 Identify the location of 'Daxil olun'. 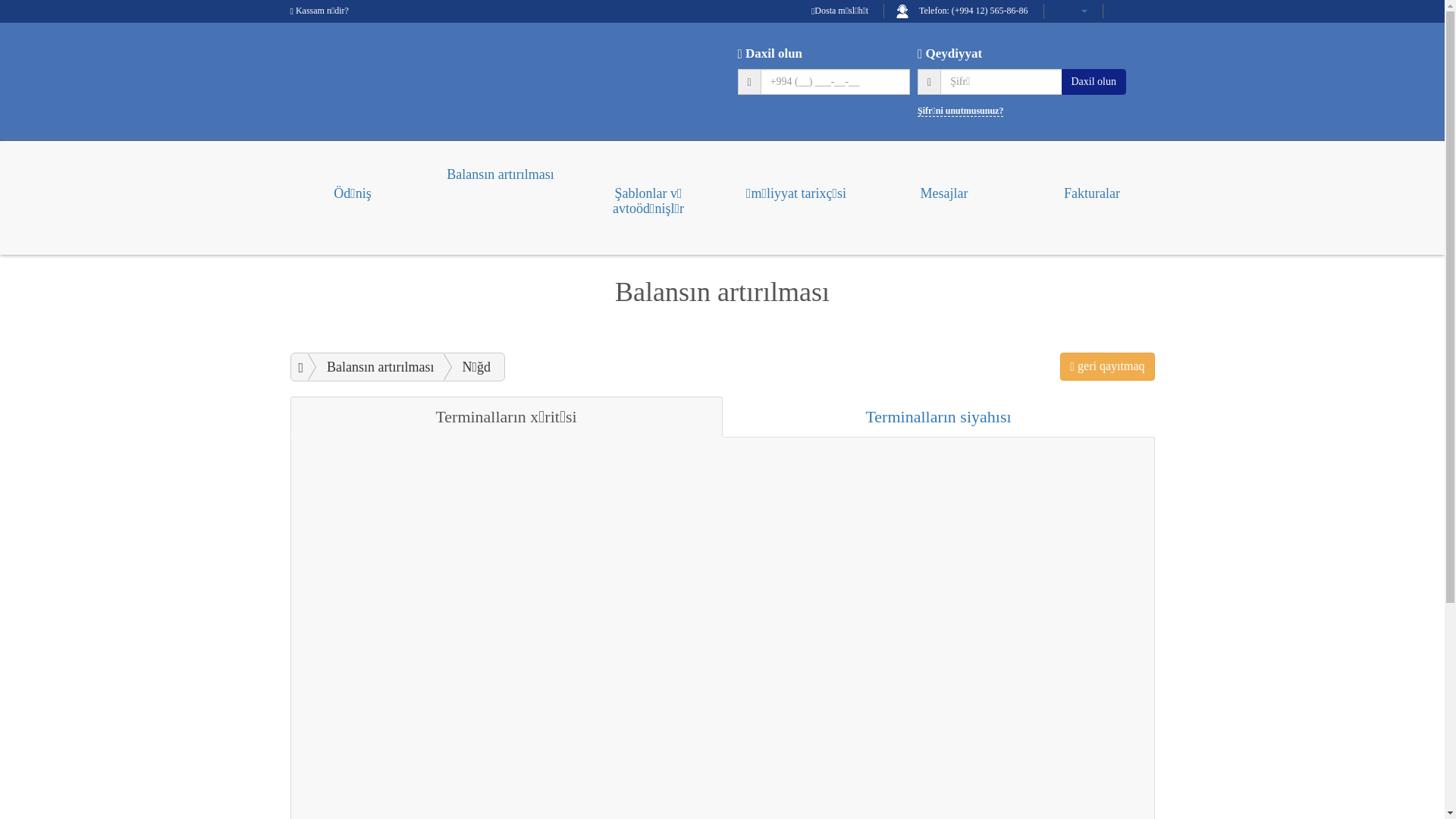
(1094, 81).